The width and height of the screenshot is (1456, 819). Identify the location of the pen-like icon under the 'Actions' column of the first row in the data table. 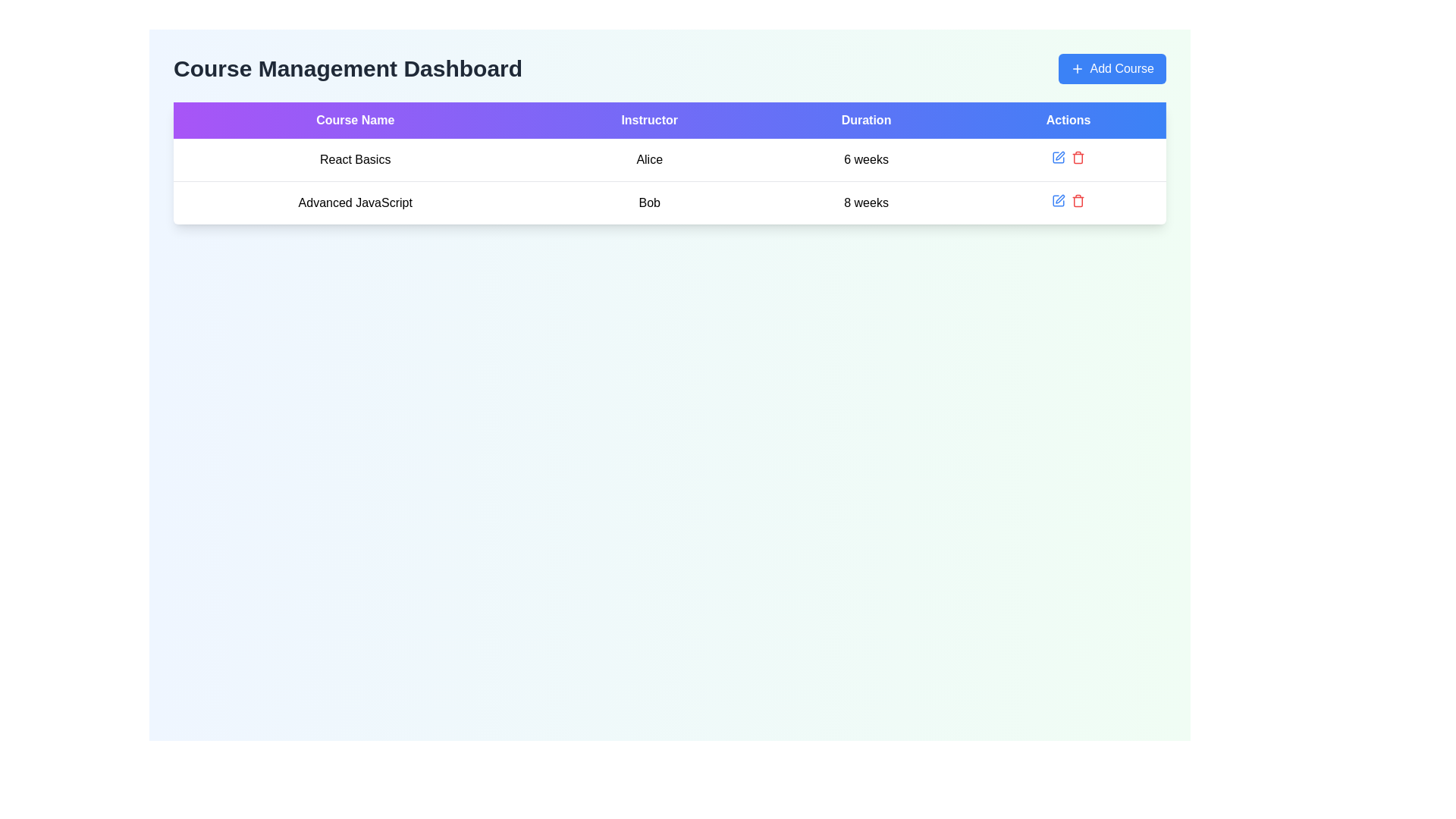
(1059, 155).